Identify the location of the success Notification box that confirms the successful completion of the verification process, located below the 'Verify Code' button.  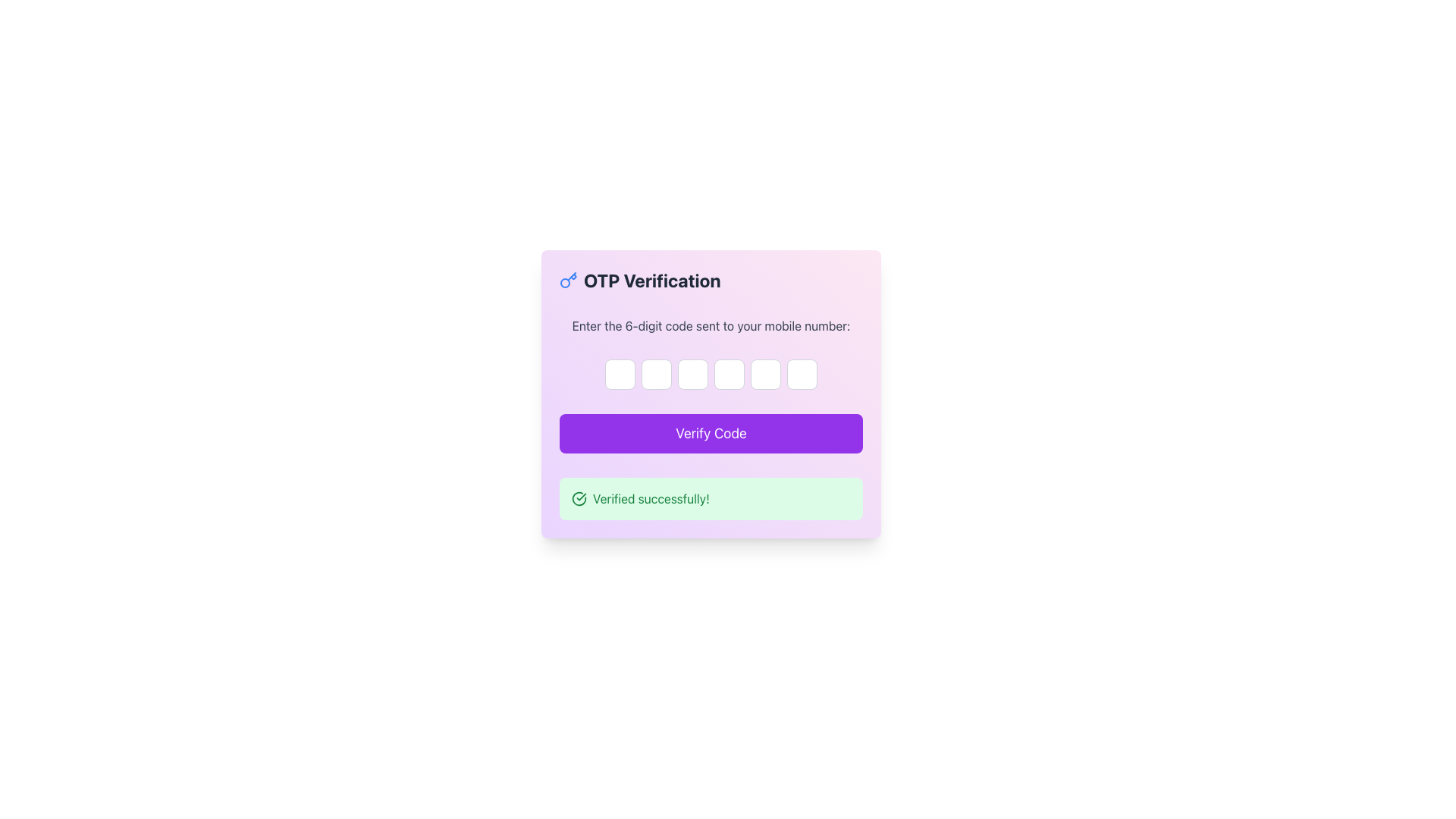
(710, 499).